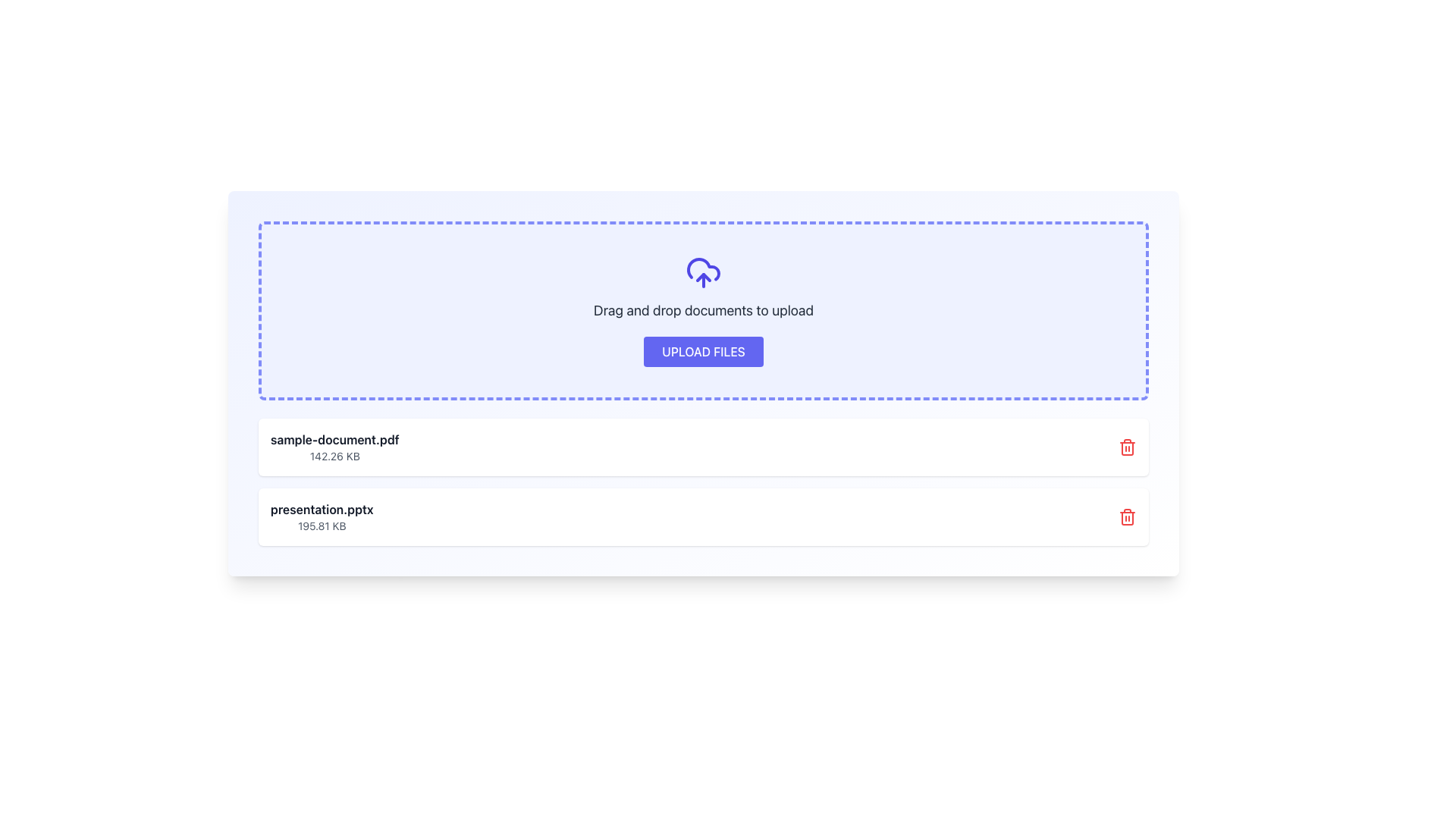 The height and width of the screenshot is (819, 1456). I want to click on the text block displaying the file name 'sample-document.pdf' and its size '142.26 KB', which is located in the left section of the file list below the upload section, so click(334, 447).